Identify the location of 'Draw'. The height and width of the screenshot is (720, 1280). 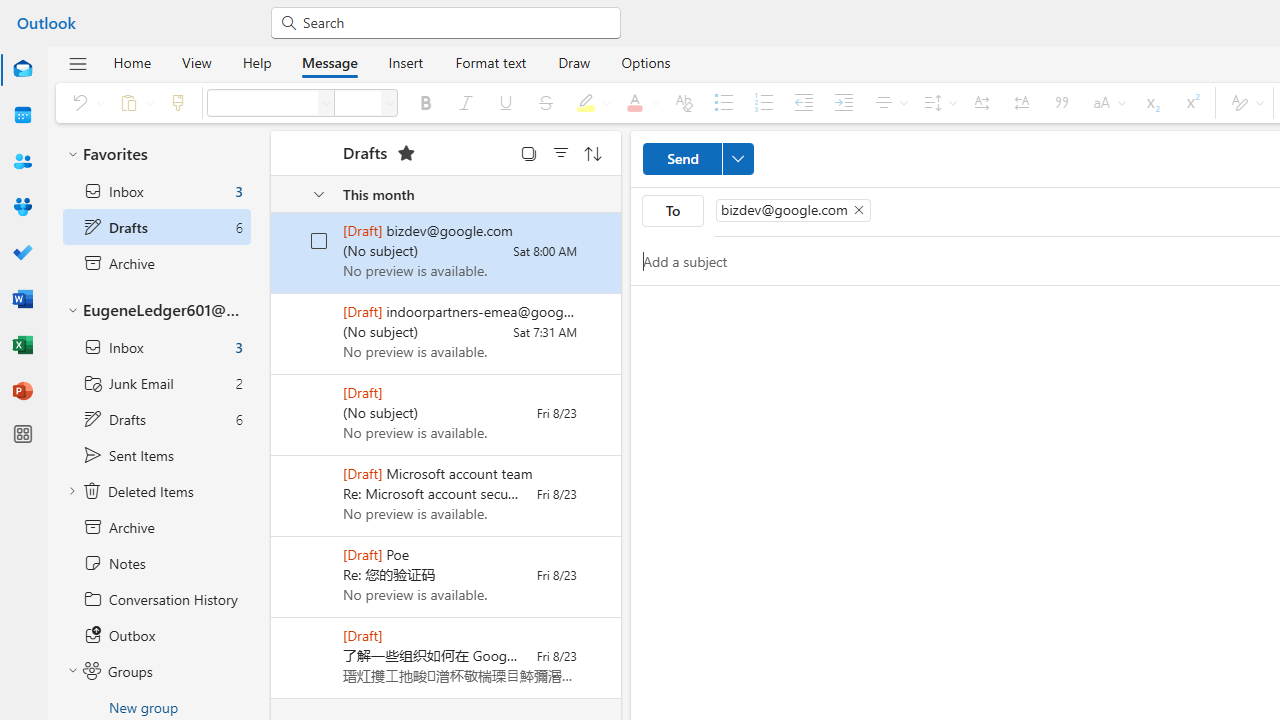
(573, 61).